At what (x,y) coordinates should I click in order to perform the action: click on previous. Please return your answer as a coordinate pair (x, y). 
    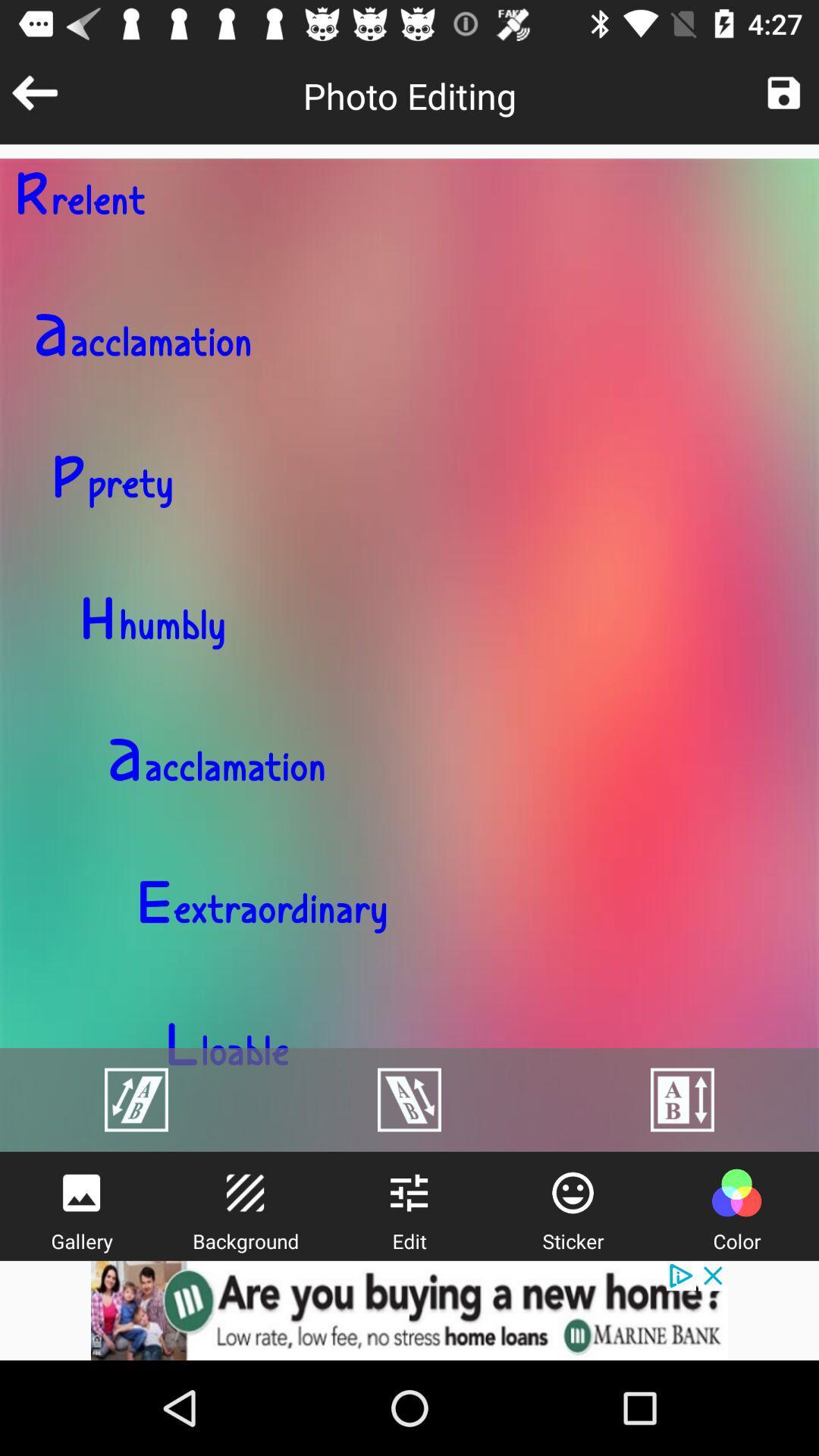
    Looking at the image, I should click on (34, 92).